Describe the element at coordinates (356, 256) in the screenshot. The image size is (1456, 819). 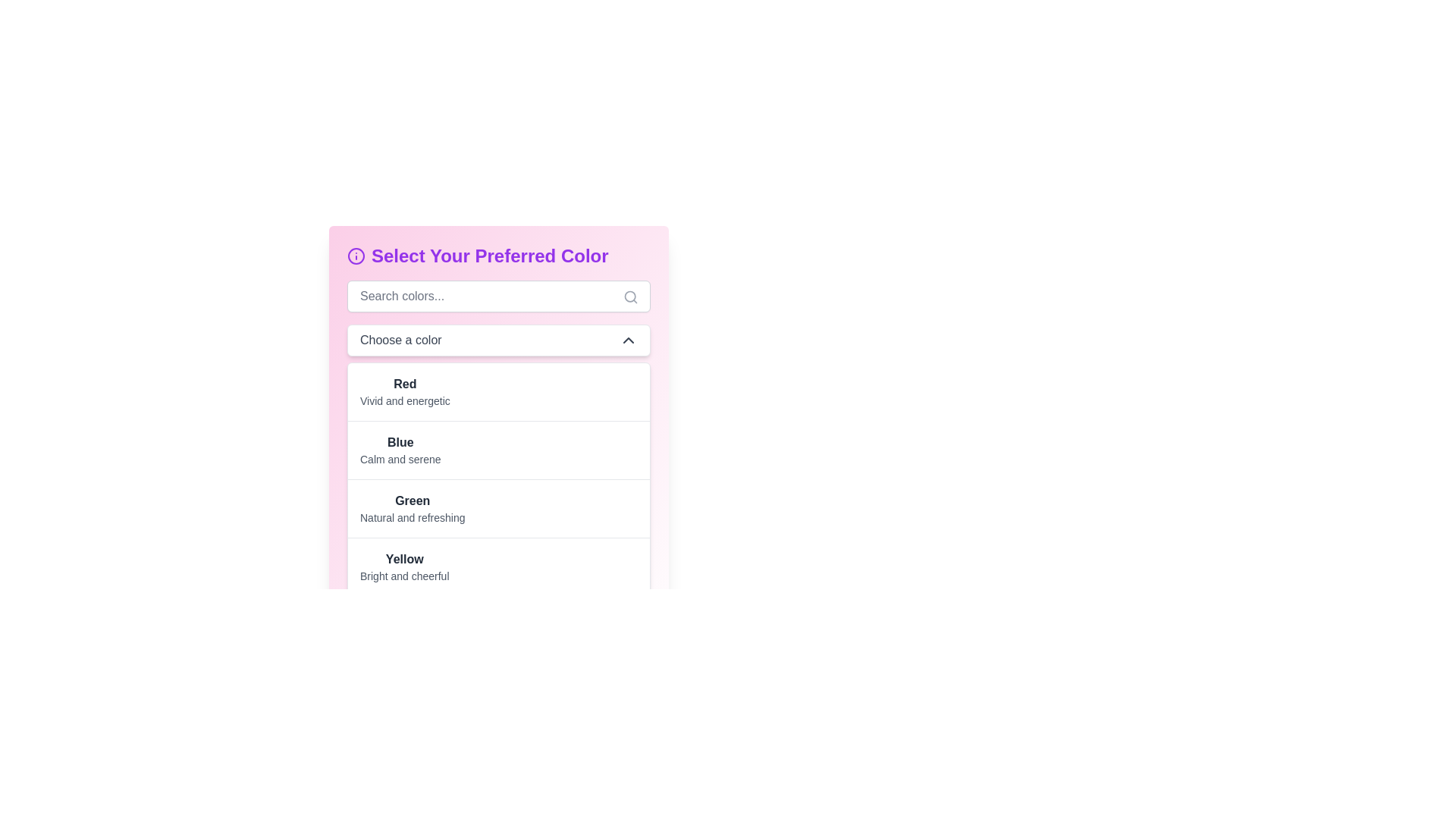
I see `the information icon located to the immediate left of the 'Select Your Preferred Color' text, which provides additional details or guidance related to color selection` at that location.